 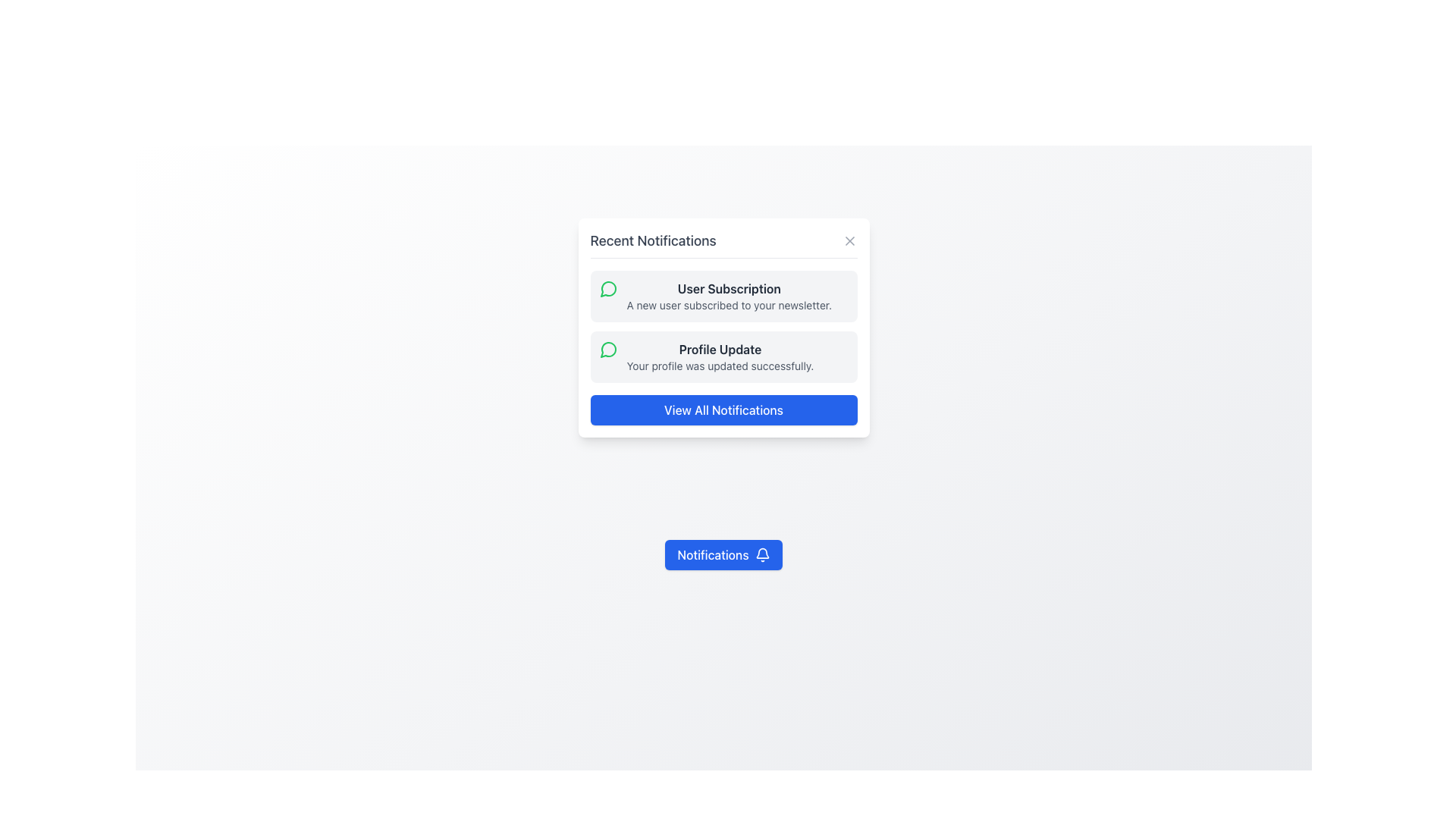 I want to click on the green circle icon with a speech bubble design, which is located at the top-left corner of the 'Profile Update' notification card in the 'Recent Notifications' section, so click(x=608, y=350).